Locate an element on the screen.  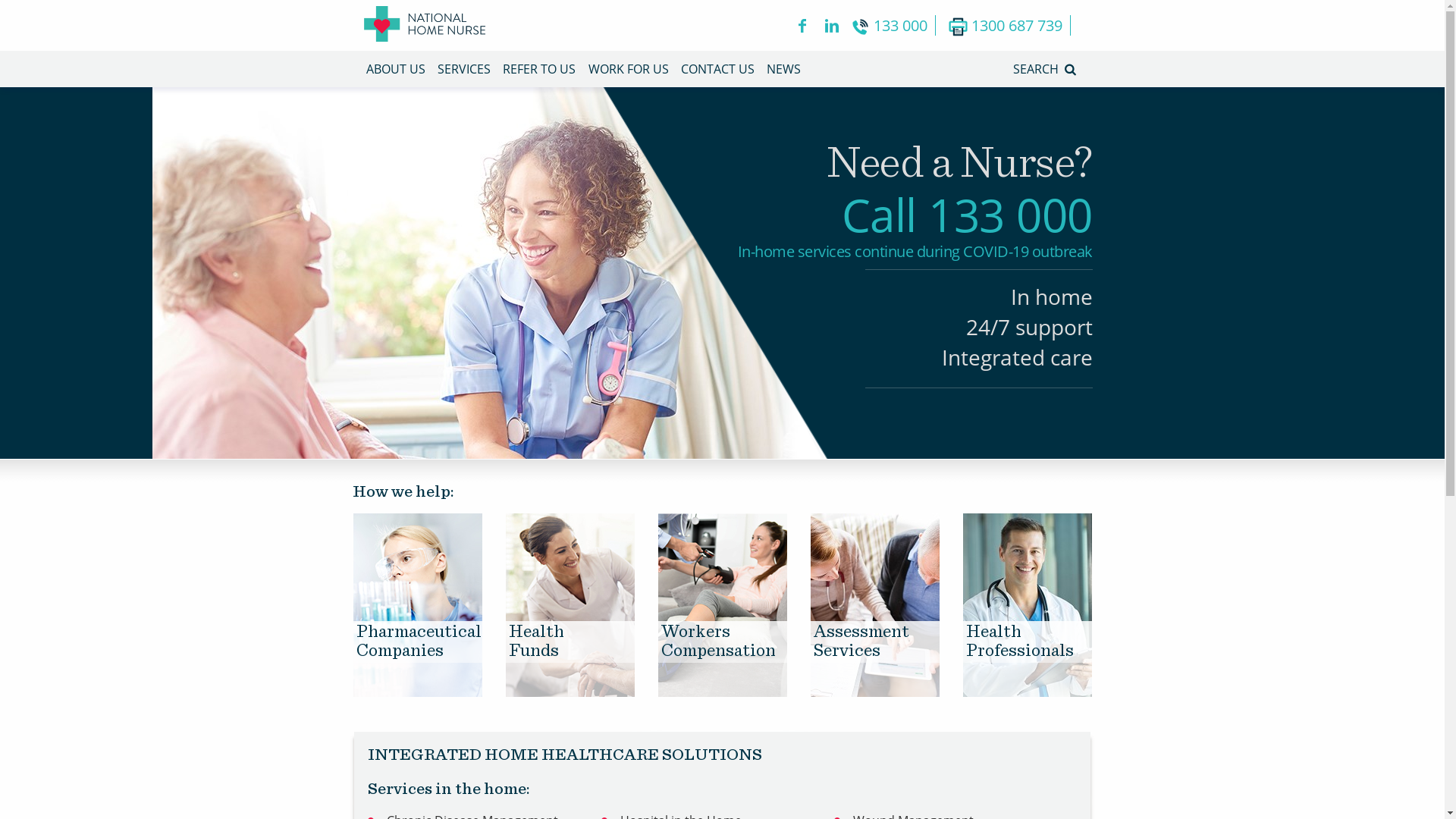
'SERVICES' is located at coordinates (463, 69).